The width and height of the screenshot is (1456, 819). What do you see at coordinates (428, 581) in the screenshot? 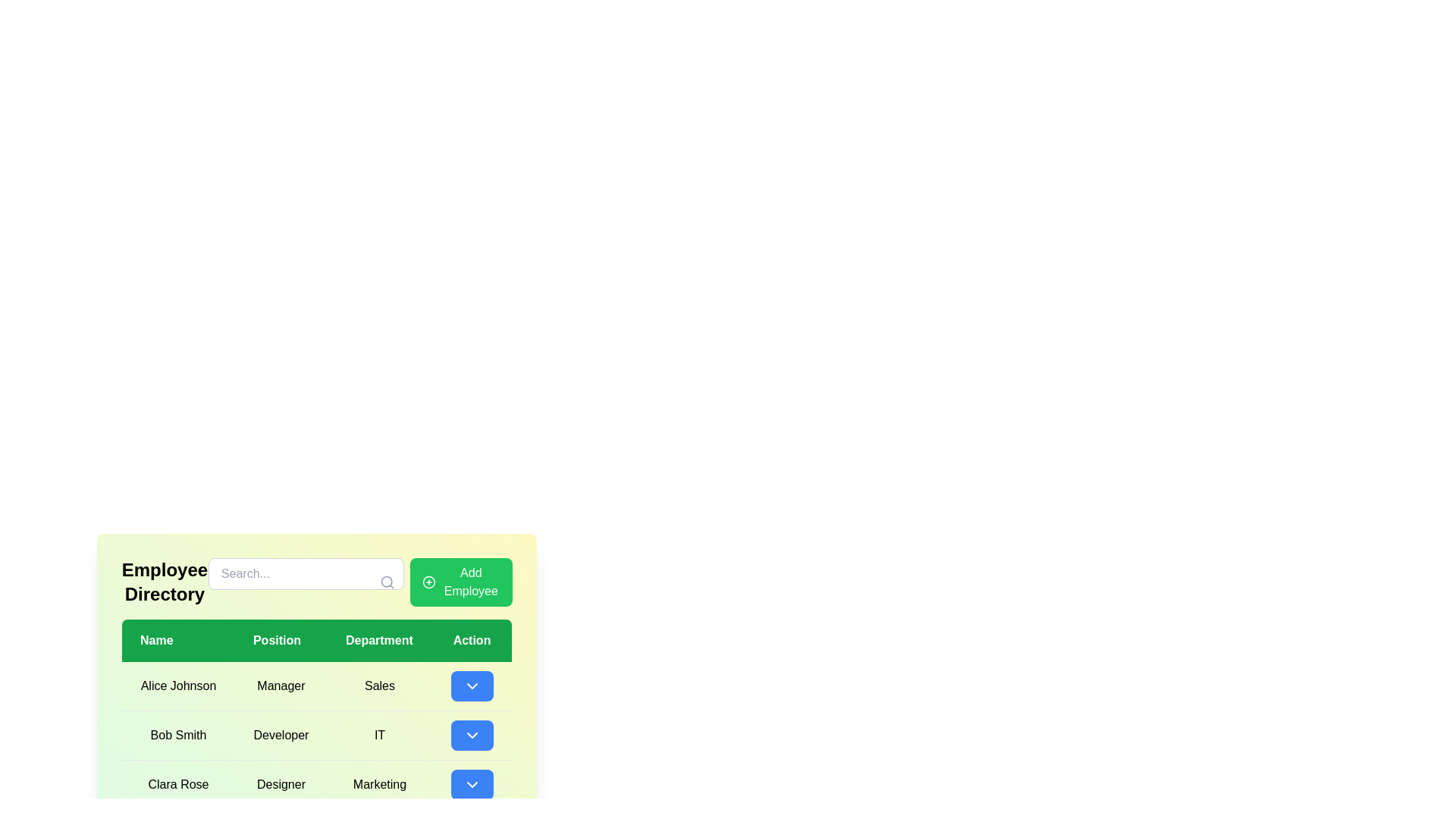
I see `the 'Add Employee' button which contains a circular plus icon with a green background and white outline, located in the upper right of the employee directory interface` at bounding box center [428, 581].